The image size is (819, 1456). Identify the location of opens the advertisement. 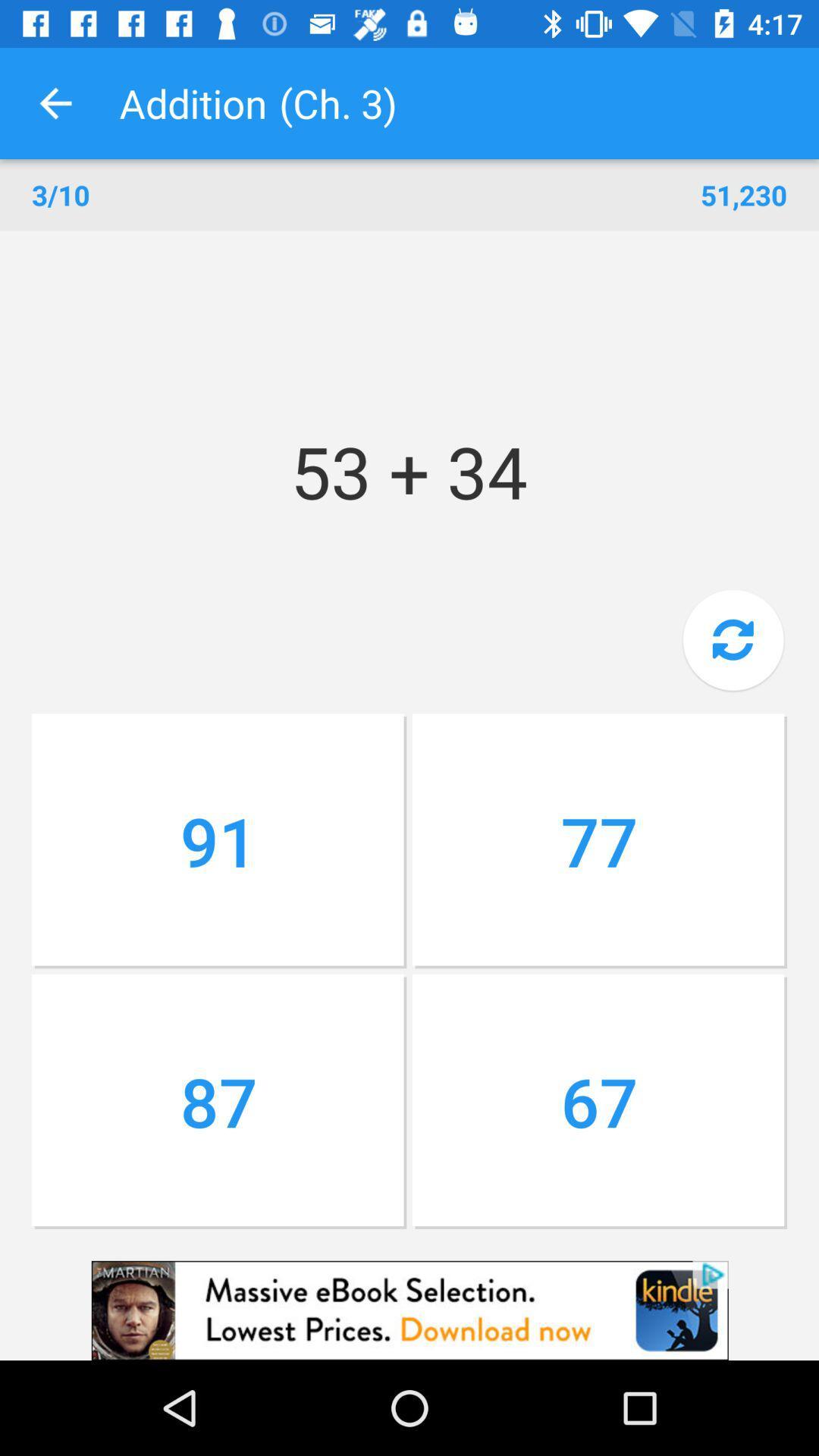
(409, 1310).